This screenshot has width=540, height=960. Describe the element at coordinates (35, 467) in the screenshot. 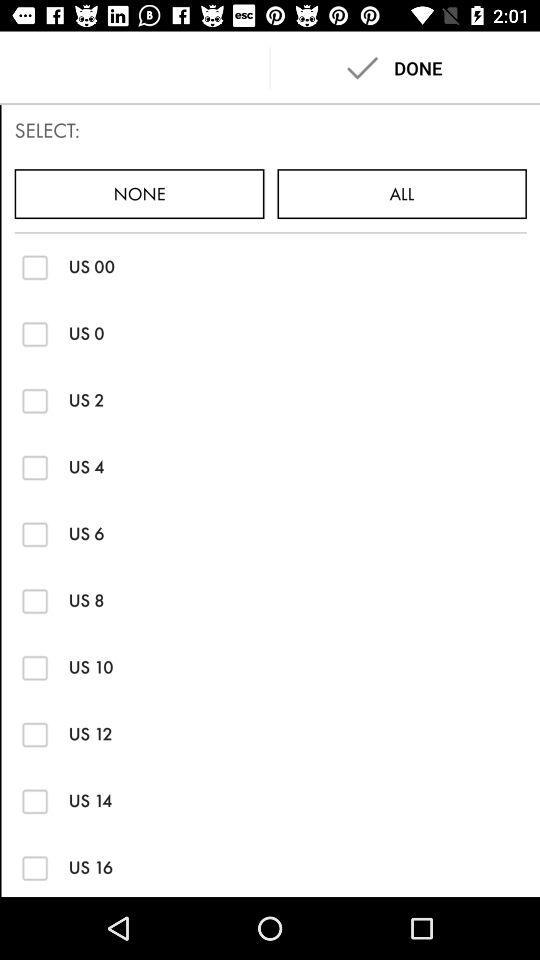

I see `us 4` at that location.